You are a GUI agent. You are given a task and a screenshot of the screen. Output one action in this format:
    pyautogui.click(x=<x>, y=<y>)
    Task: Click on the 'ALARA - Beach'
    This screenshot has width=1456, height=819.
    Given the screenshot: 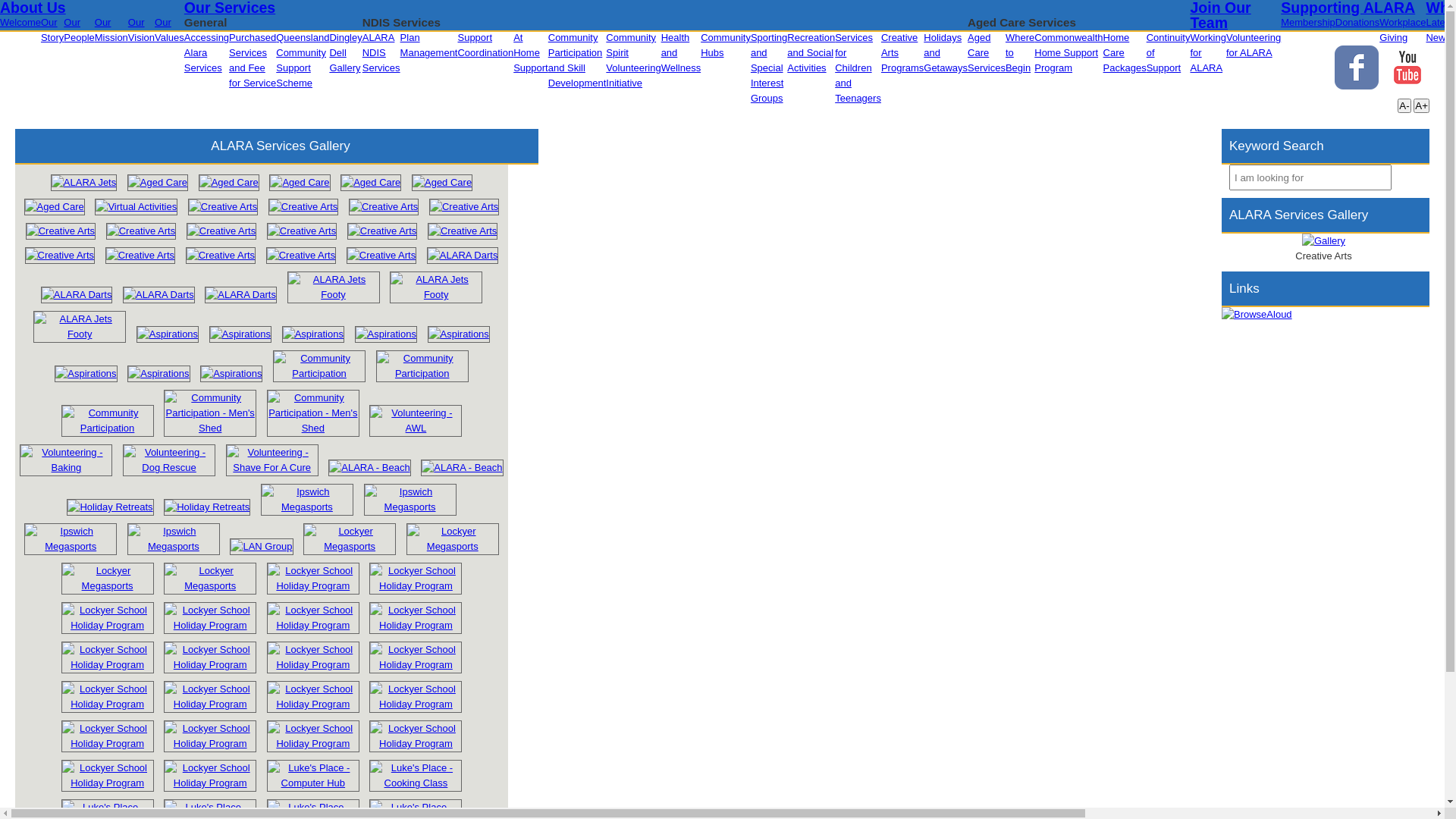 What is the action you would take?
    pyautogui.click(x=417, y=466)
    